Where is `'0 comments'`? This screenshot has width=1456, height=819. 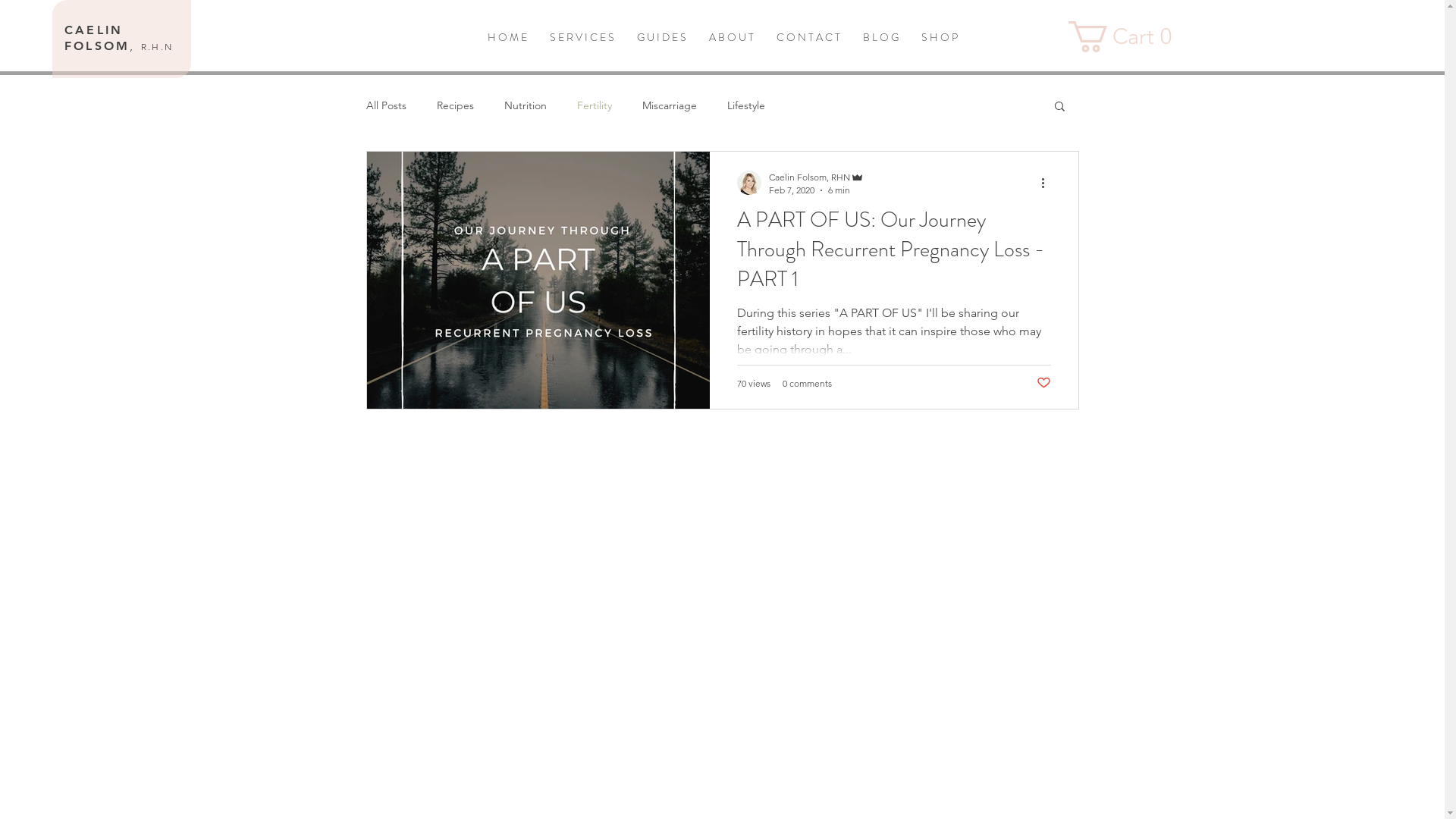 '0 comments' is located at coordinates (783, 382).